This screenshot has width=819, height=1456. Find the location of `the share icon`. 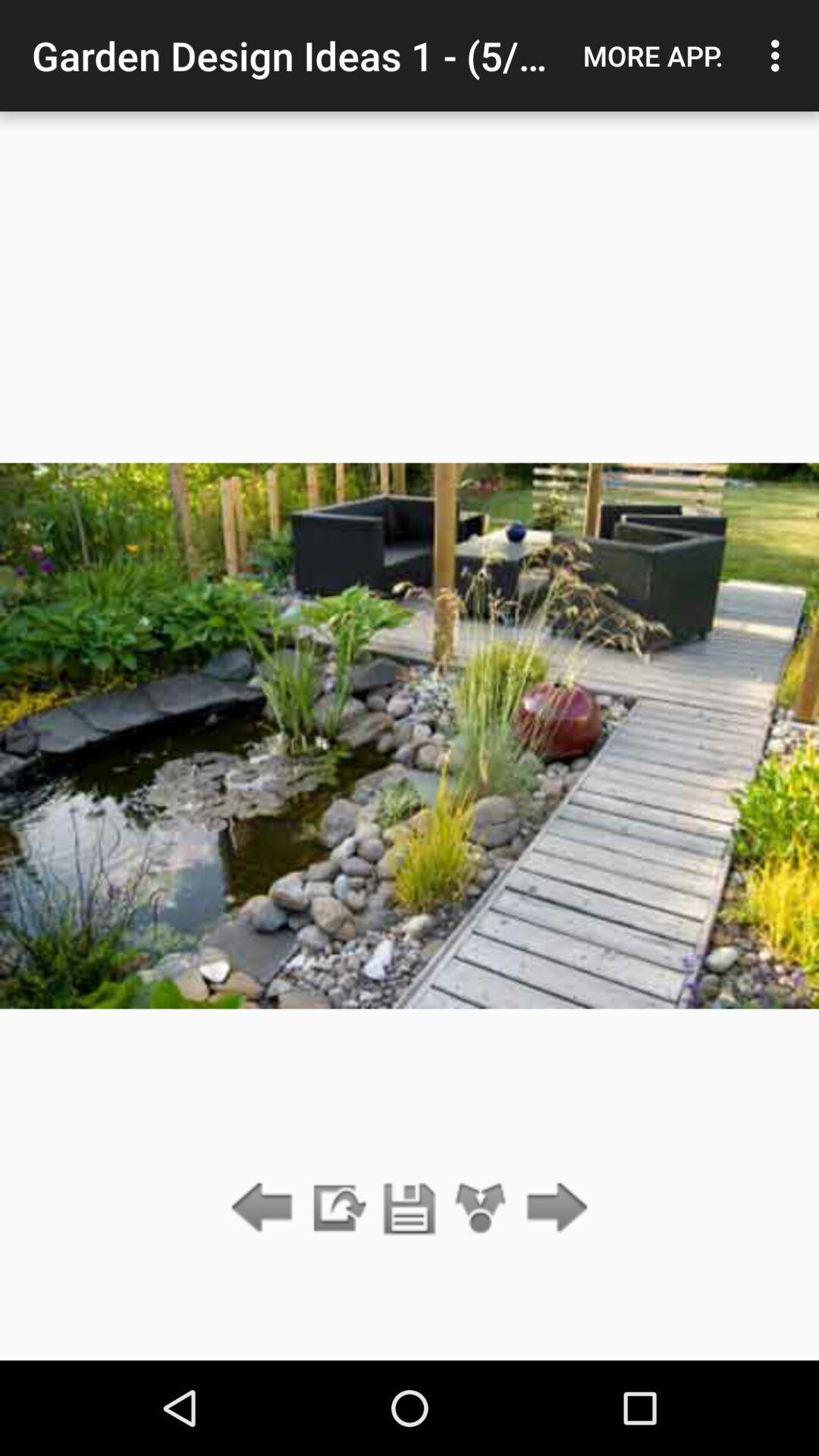

the share icon is located at coordinates (481, 1208).